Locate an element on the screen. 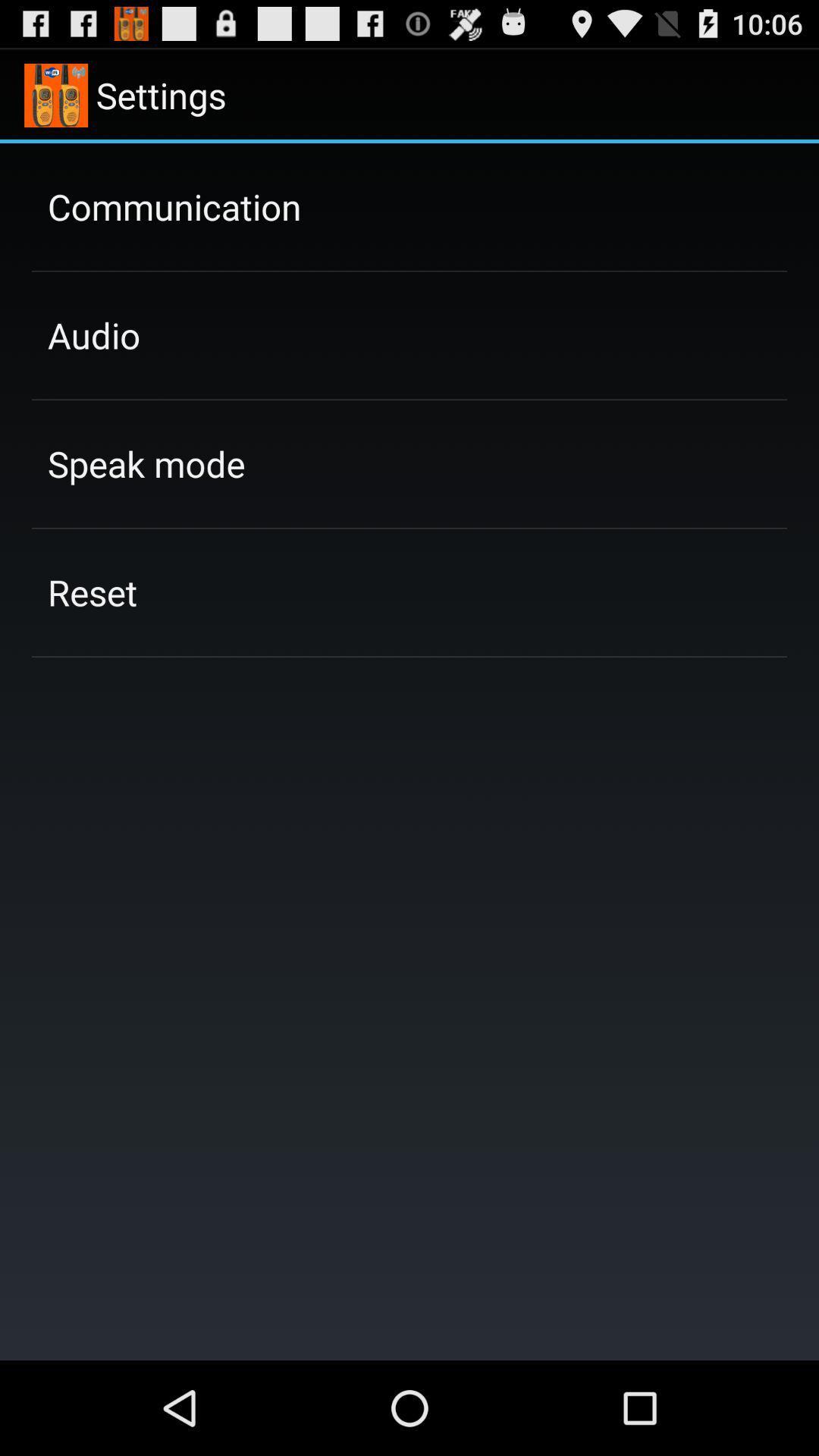 The image size is (819, 1456). communication icon is located at coordinates (174, 206).